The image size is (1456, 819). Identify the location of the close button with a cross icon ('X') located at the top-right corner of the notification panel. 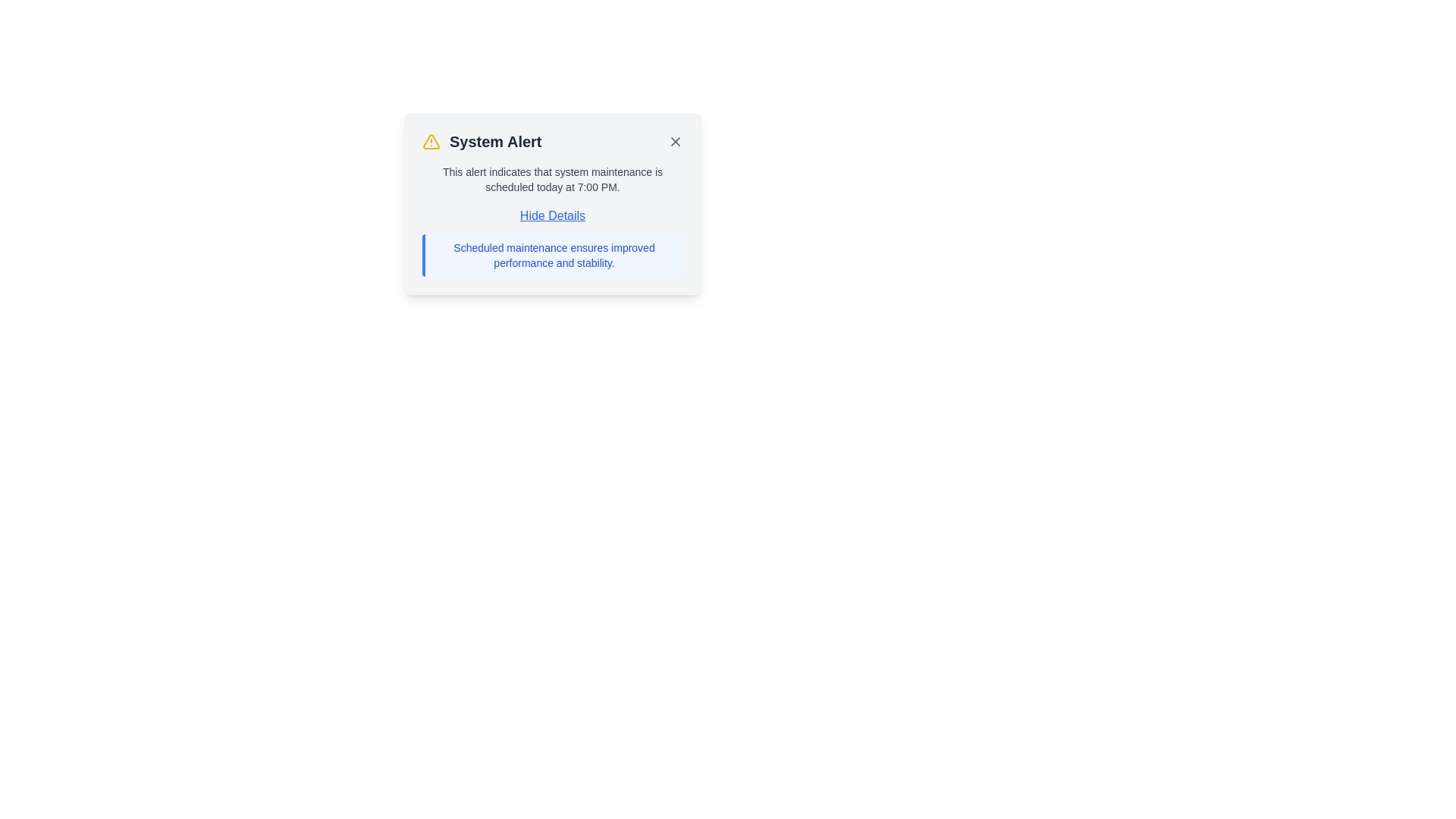
(675, 141).